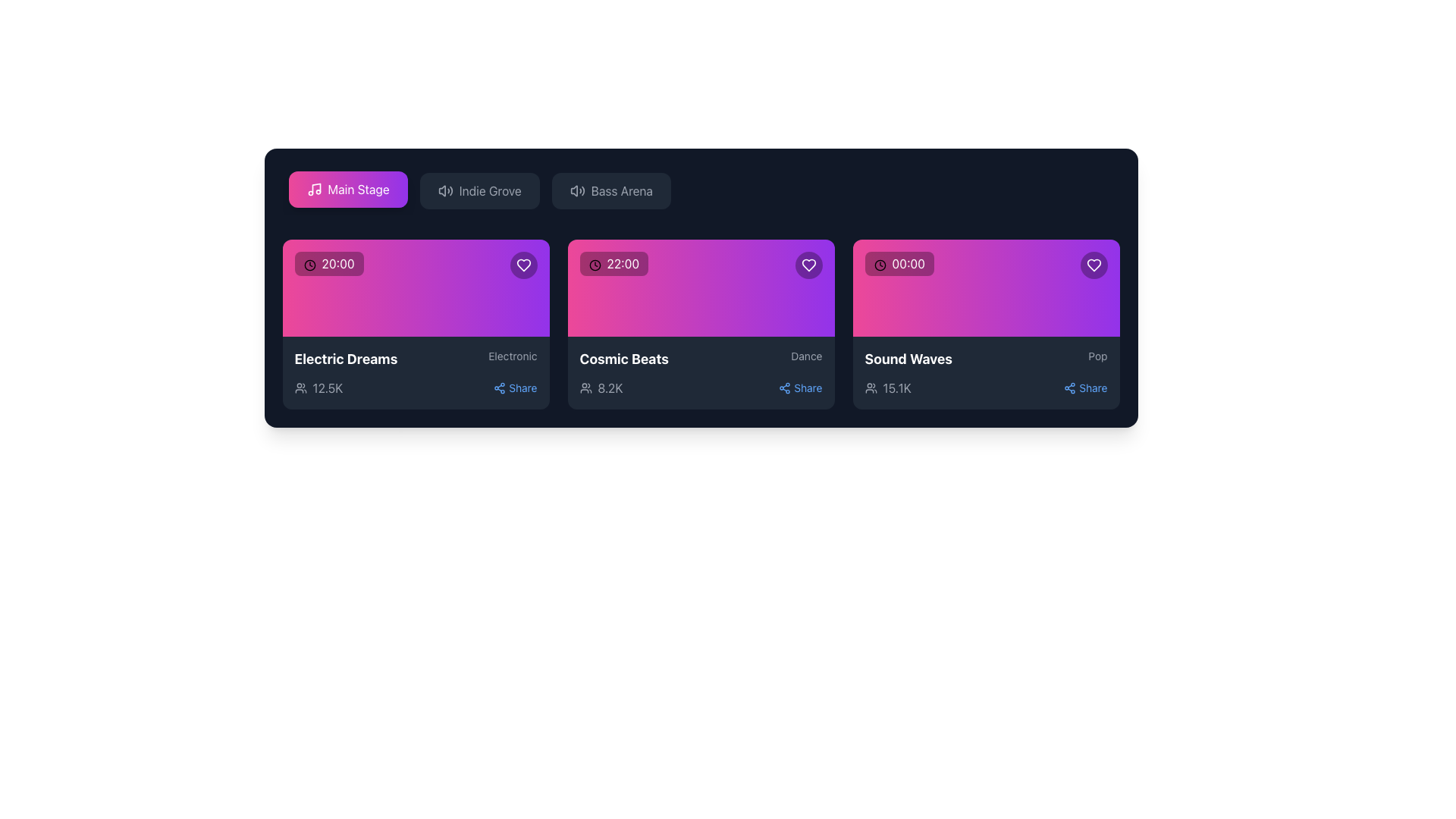 The height and width of the screenshot is (819, 1456). I want to click on the text element displaying the word 'Share' in blue color, located in the bottom-right corner of the 'Cosmic Beats' card, adjacent to the sharing icon, so click(807, 388).